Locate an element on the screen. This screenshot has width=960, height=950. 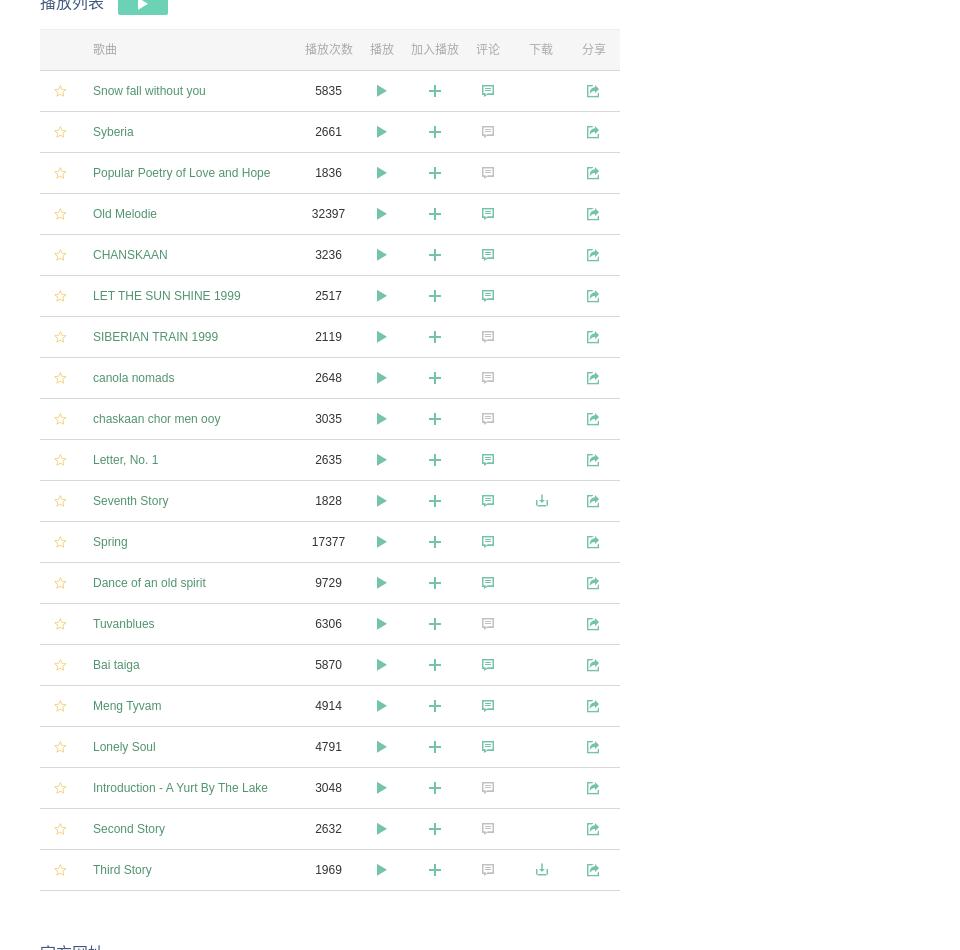
'9729' is located at coordinates (328, 581).